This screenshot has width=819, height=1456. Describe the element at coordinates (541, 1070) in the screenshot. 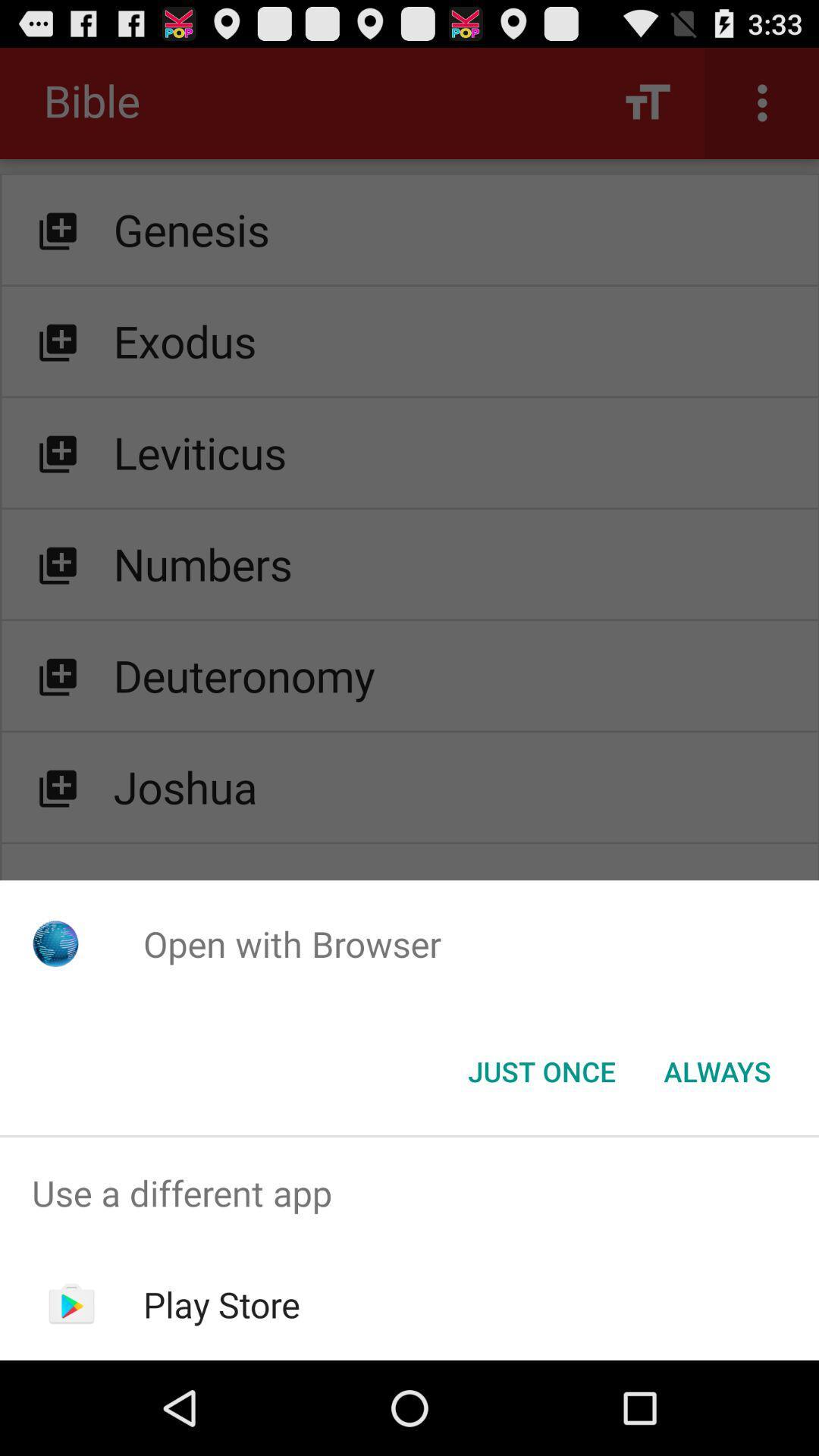

I see `item next to always icon` at that location.